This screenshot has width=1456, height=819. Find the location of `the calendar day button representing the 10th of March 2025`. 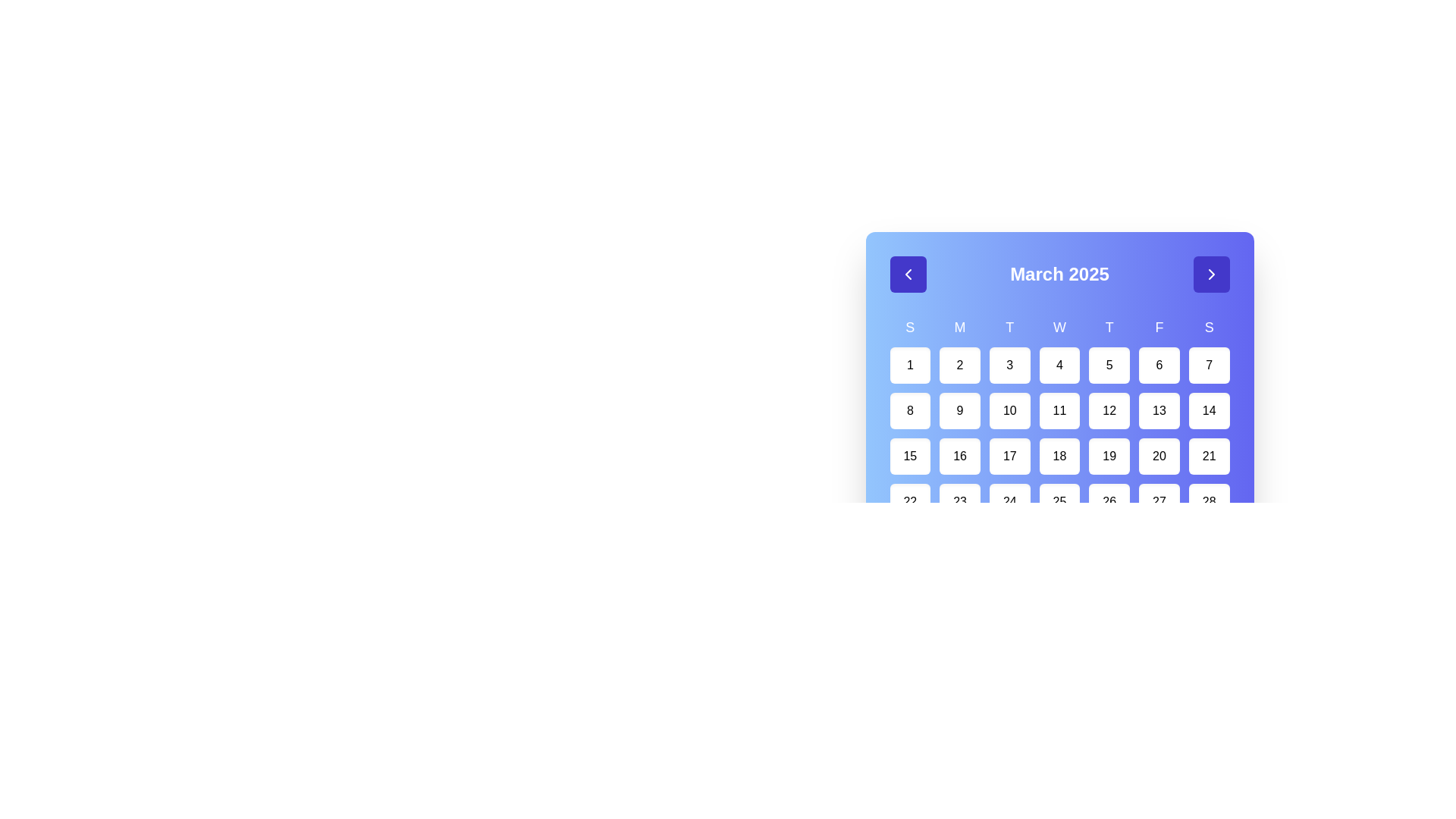

the calendar day button representing the 10th of March 2025 is located at coordinates (1009, 411).